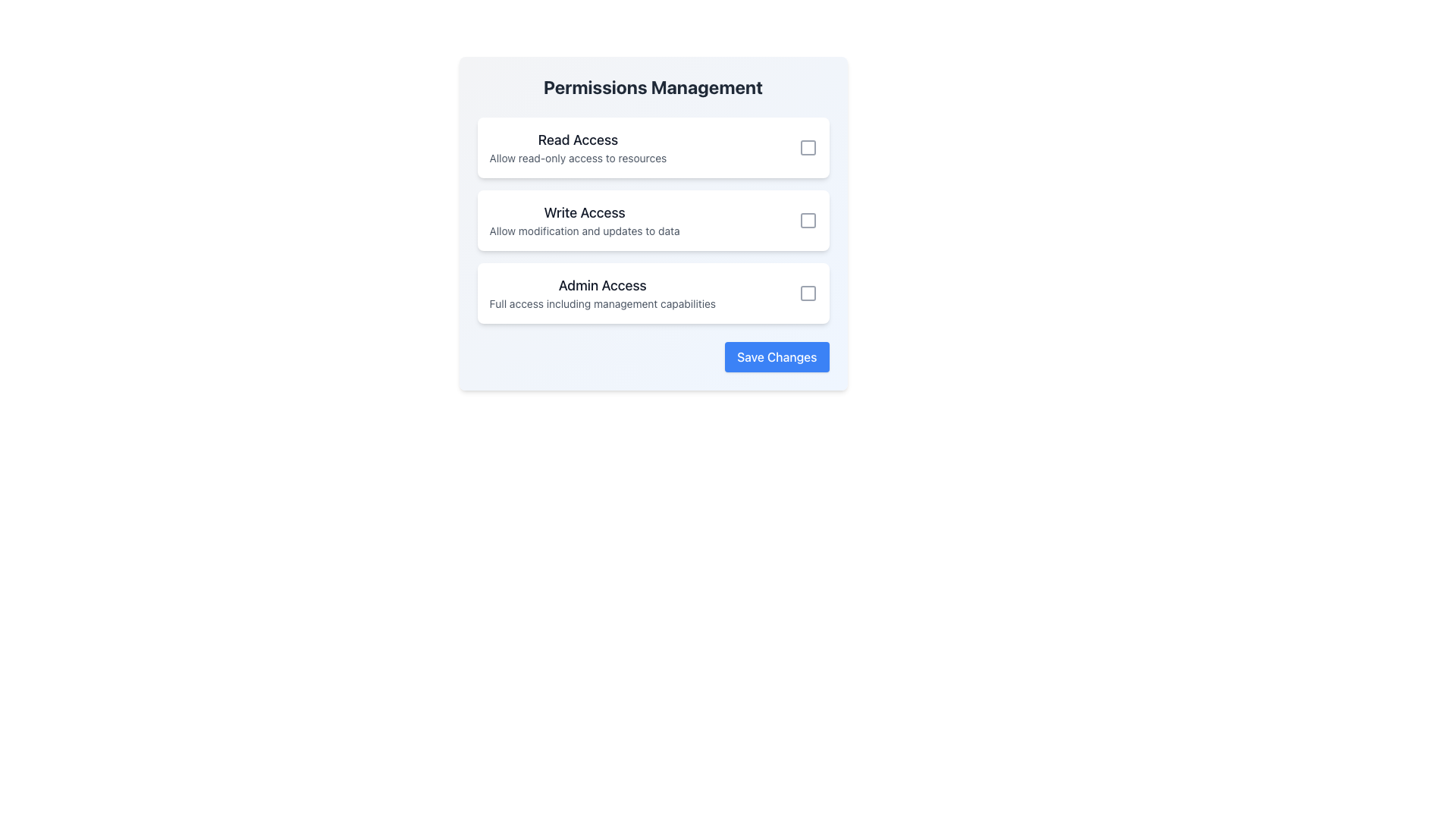 This screenshot has height=819, width=1456. Describe the element at coordinates (577, 158) in the screenshot. I see `text label that describes 'Read Access' permission, which indicates it provides read-only access to resources` at that location.